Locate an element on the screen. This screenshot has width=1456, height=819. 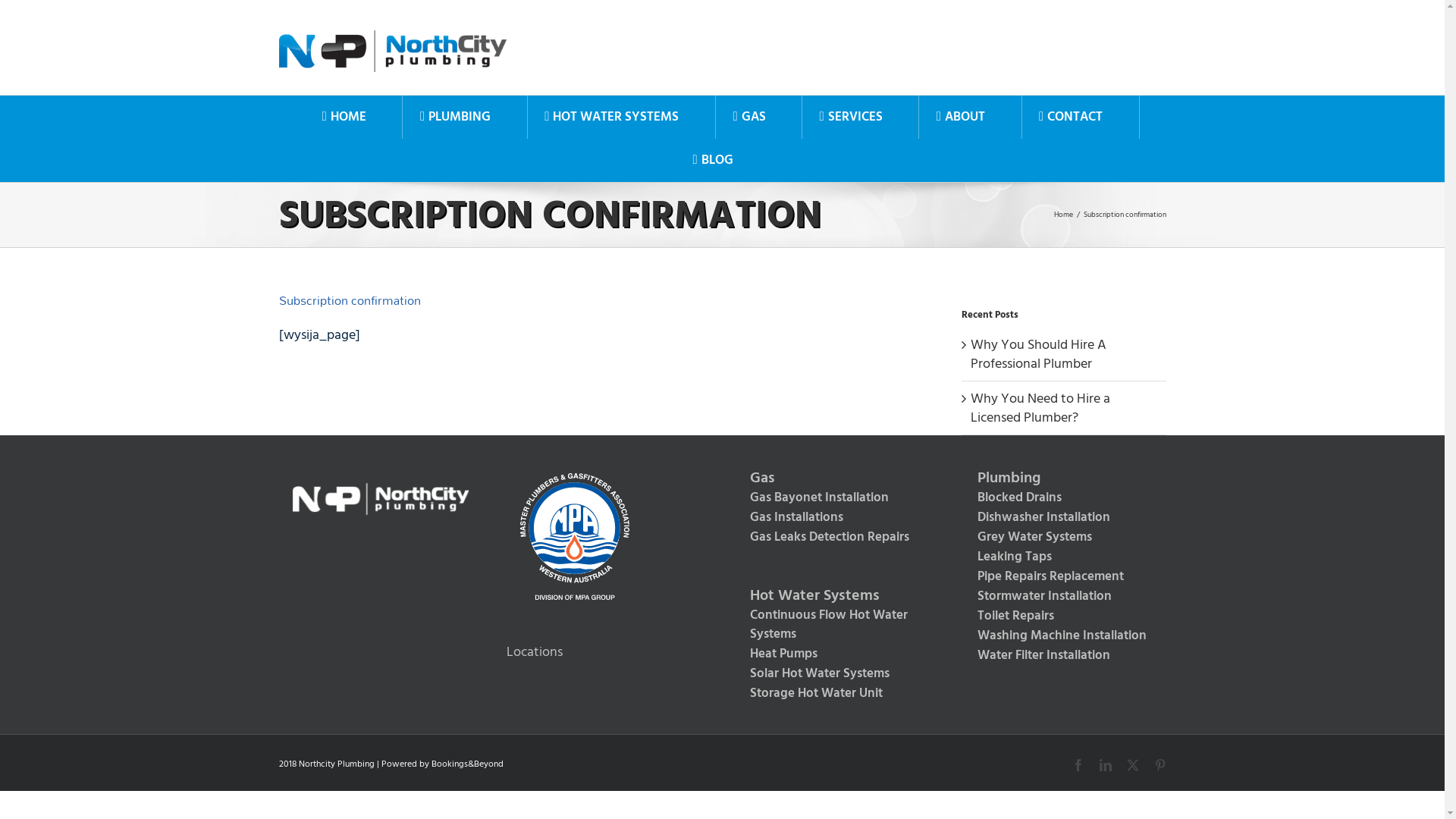
'Dishwasher Installation' is located at coordinates (1062, 516).